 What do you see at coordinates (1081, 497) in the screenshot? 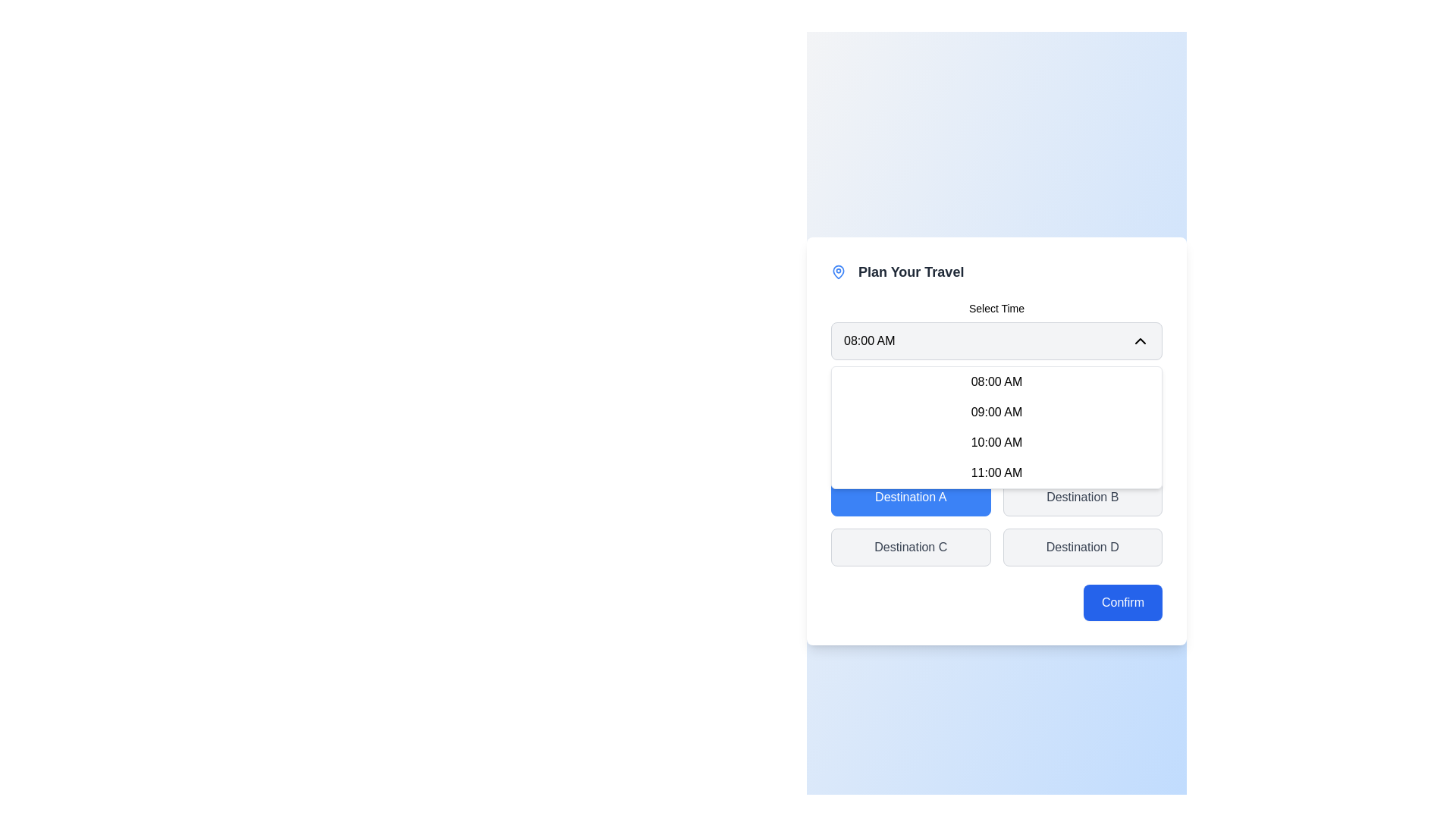
I see `the 'Destination B' selection button in the travel planning interface to choose it as the desired option` at bounding box center [1081, 497].